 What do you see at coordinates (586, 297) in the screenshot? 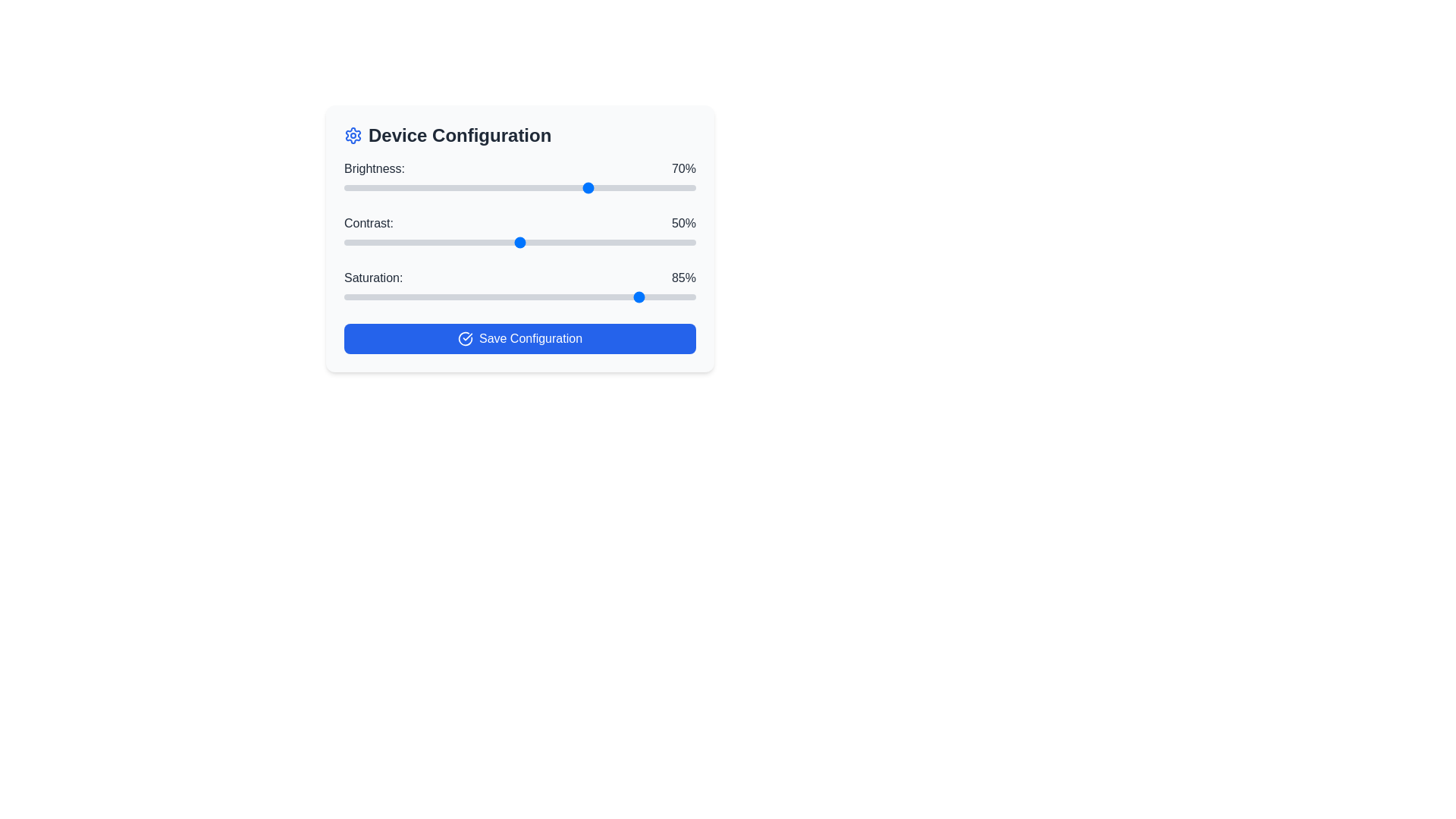
I see `the saturation level` at bounding box center [586, 297].